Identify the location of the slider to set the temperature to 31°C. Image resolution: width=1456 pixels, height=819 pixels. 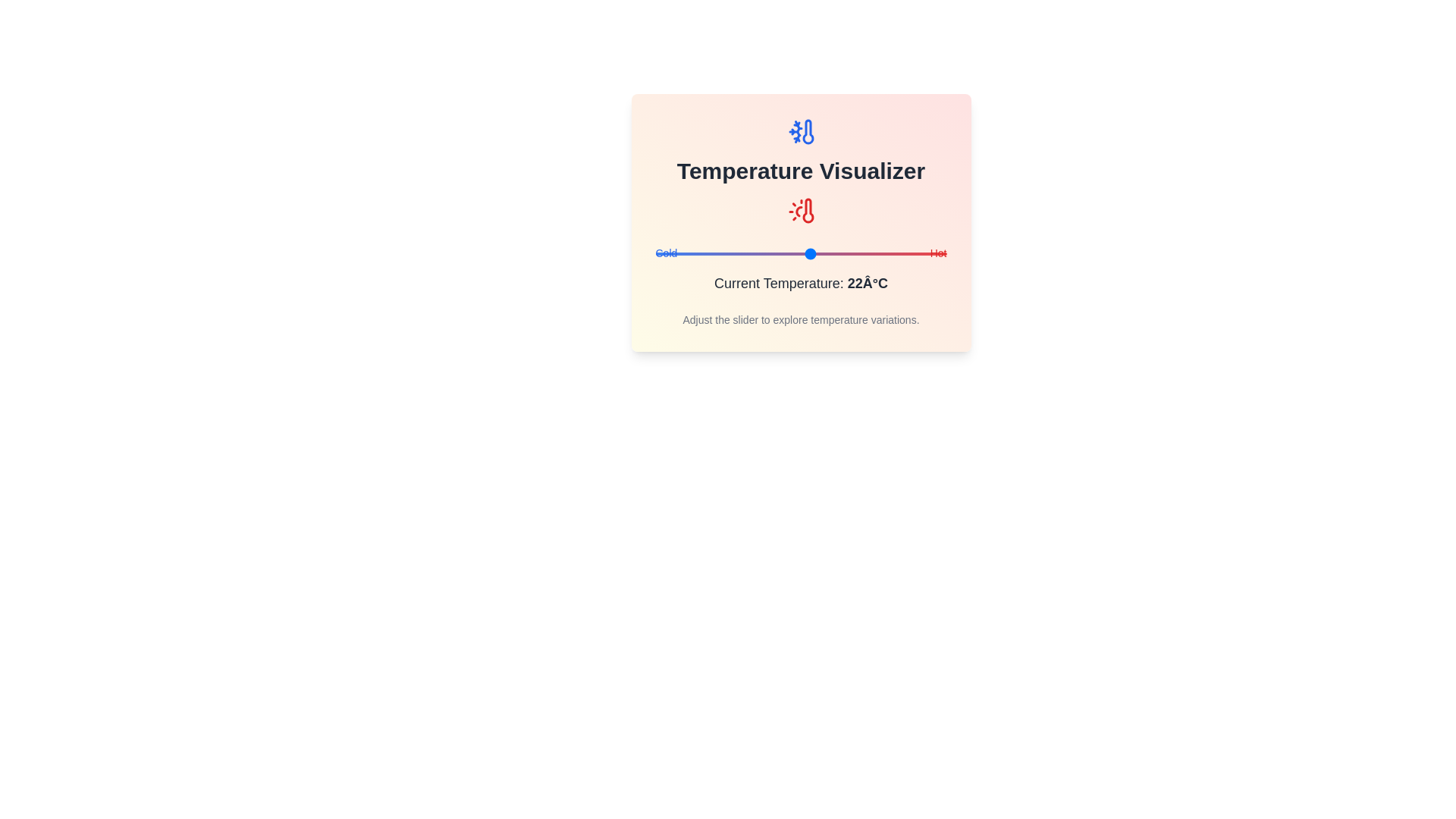
(854, 253).